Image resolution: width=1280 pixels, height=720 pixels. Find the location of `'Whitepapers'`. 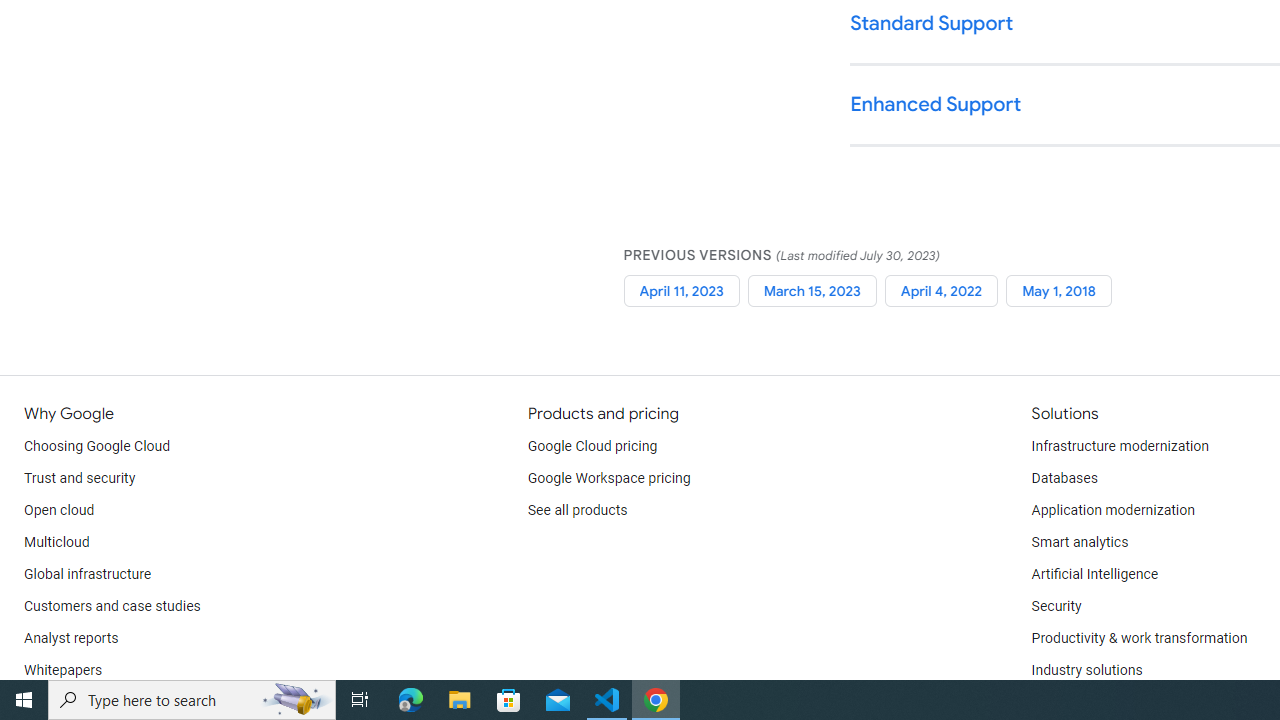

'Whitepapers' is located at coordinates (63, 671).